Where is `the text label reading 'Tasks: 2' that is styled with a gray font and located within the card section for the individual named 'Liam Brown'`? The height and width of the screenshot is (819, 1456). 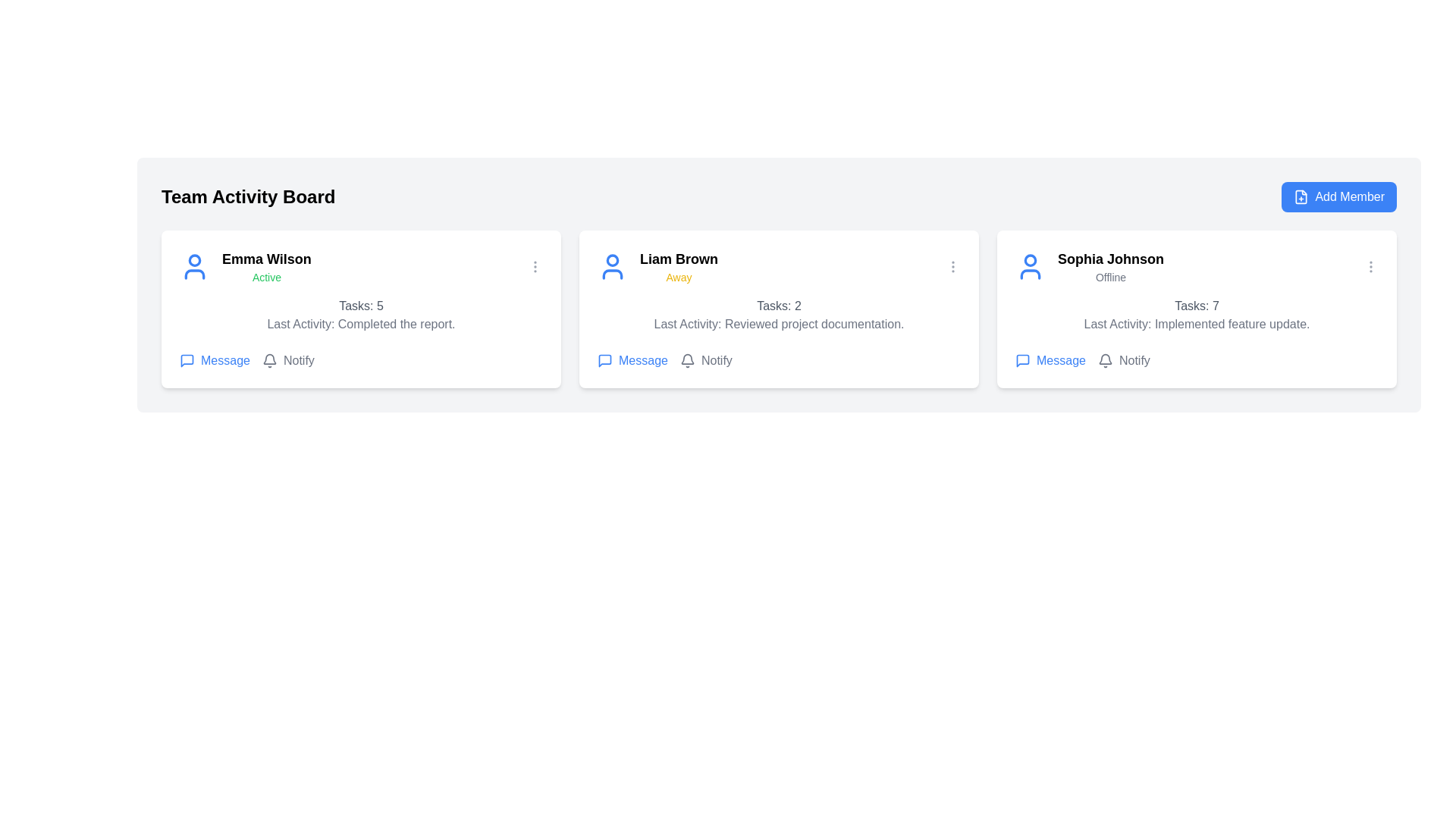
the text label reading 'Tasks: 2' that is styled with a gray font and located within the card section for the individual named 'Liam Brown' is located at coordinates (779, 306).